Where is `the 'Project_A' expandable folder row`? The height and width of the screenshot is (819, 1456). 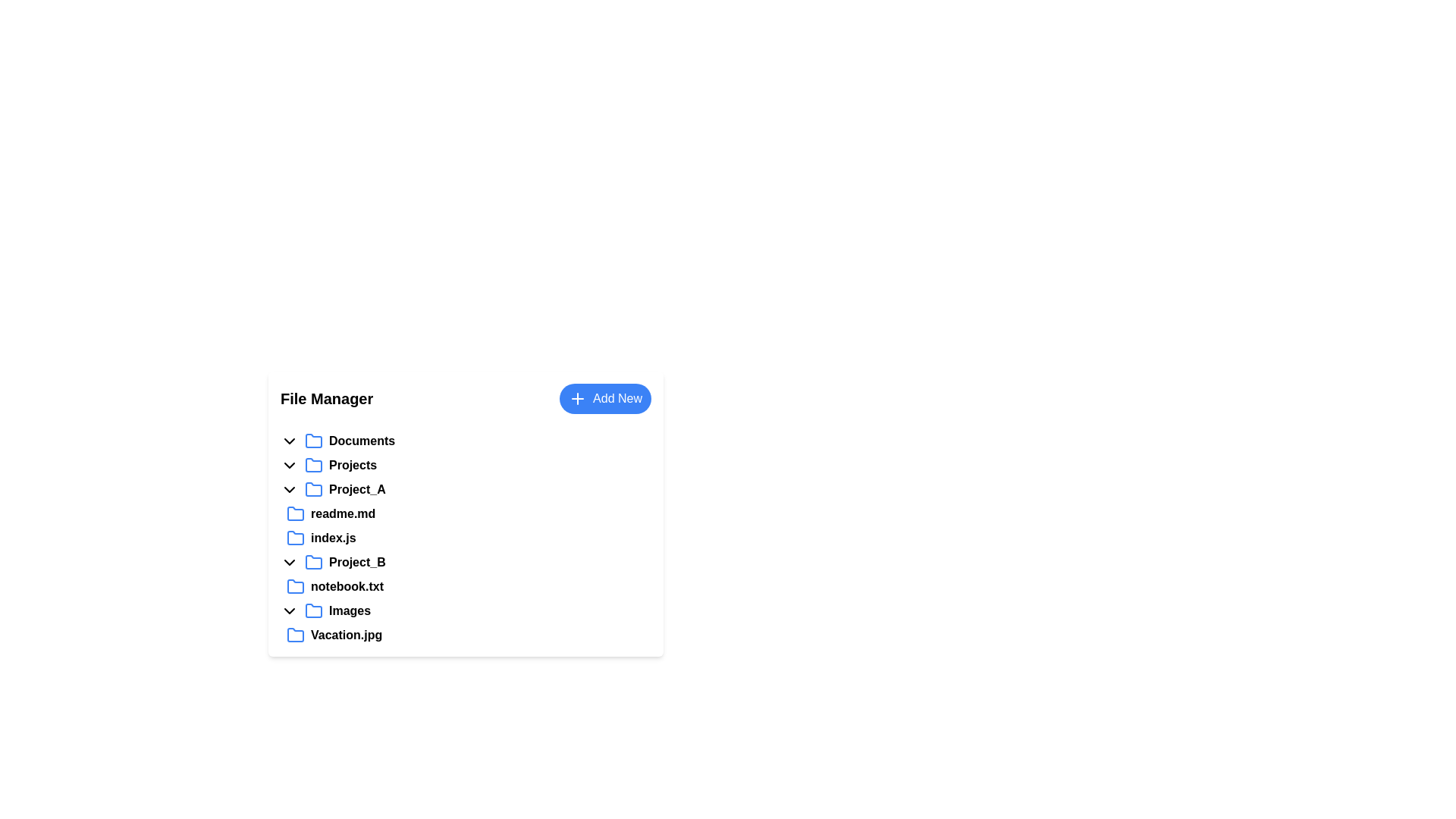
the 'Project_A' expandable folder row is located at coordinates (465, 489).